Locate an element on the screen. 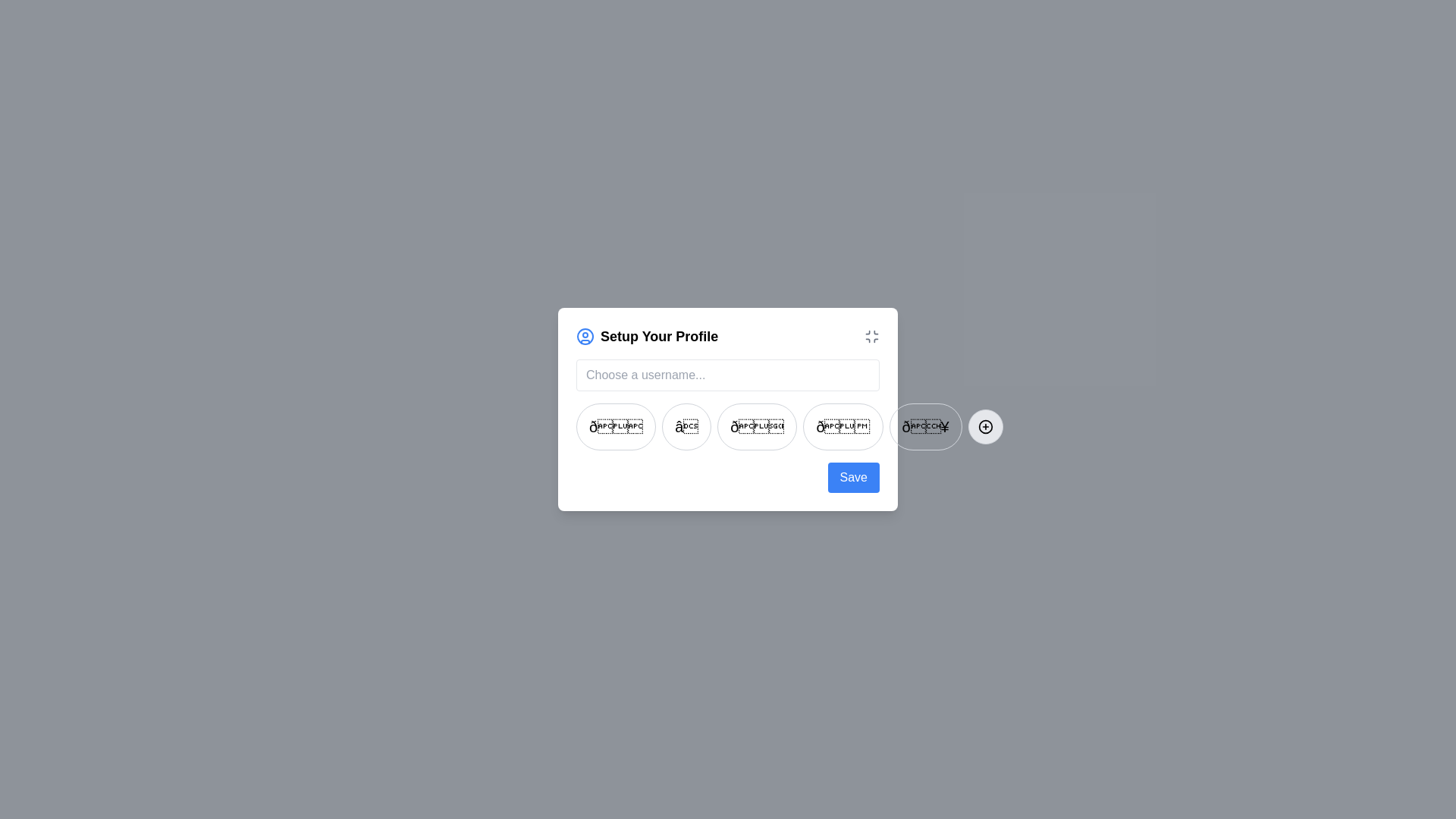 The height and width of the screenshot is (819, 1456). the first button in a group of selectable options within the modal dialog is located at coordinates (616, 427).